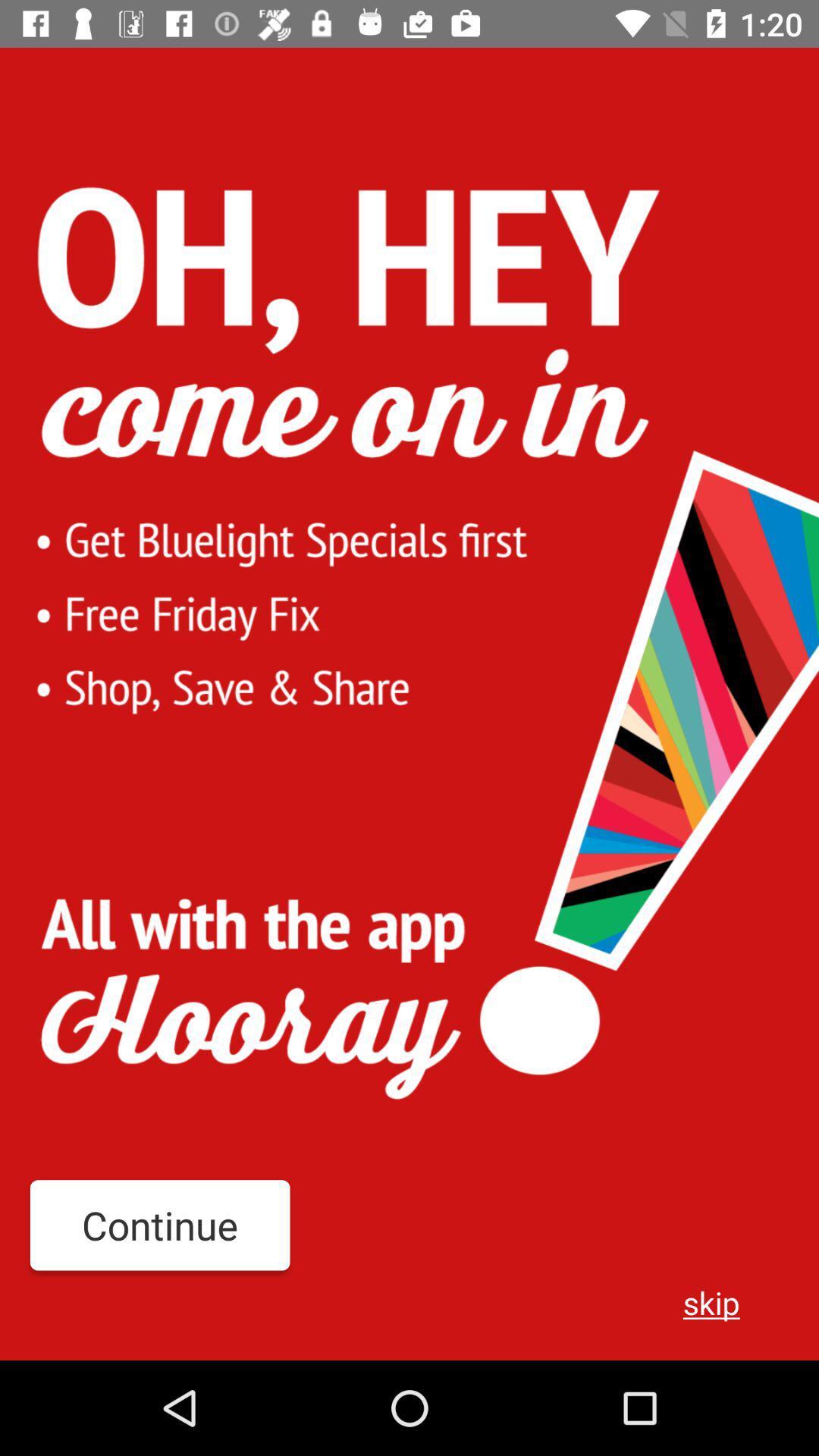  What do you see at coordinates (711, 1301) in the screenshot?
I see `item at the bottom right corner` at bounding box center [711, 1301].